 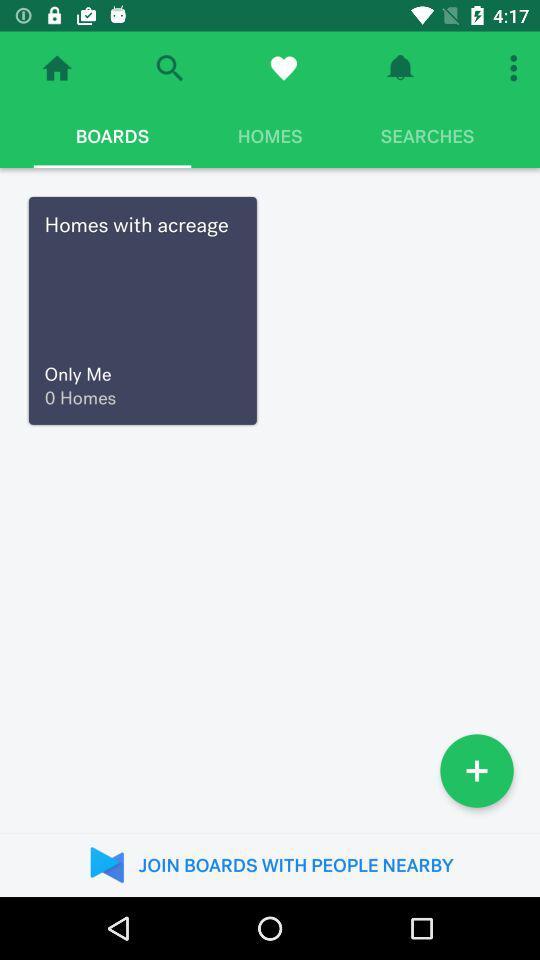 What do you see at coordinates (475, 769) in the screenshot?
I see `icon at the bottom right corner` at bounding box center [475, 769].